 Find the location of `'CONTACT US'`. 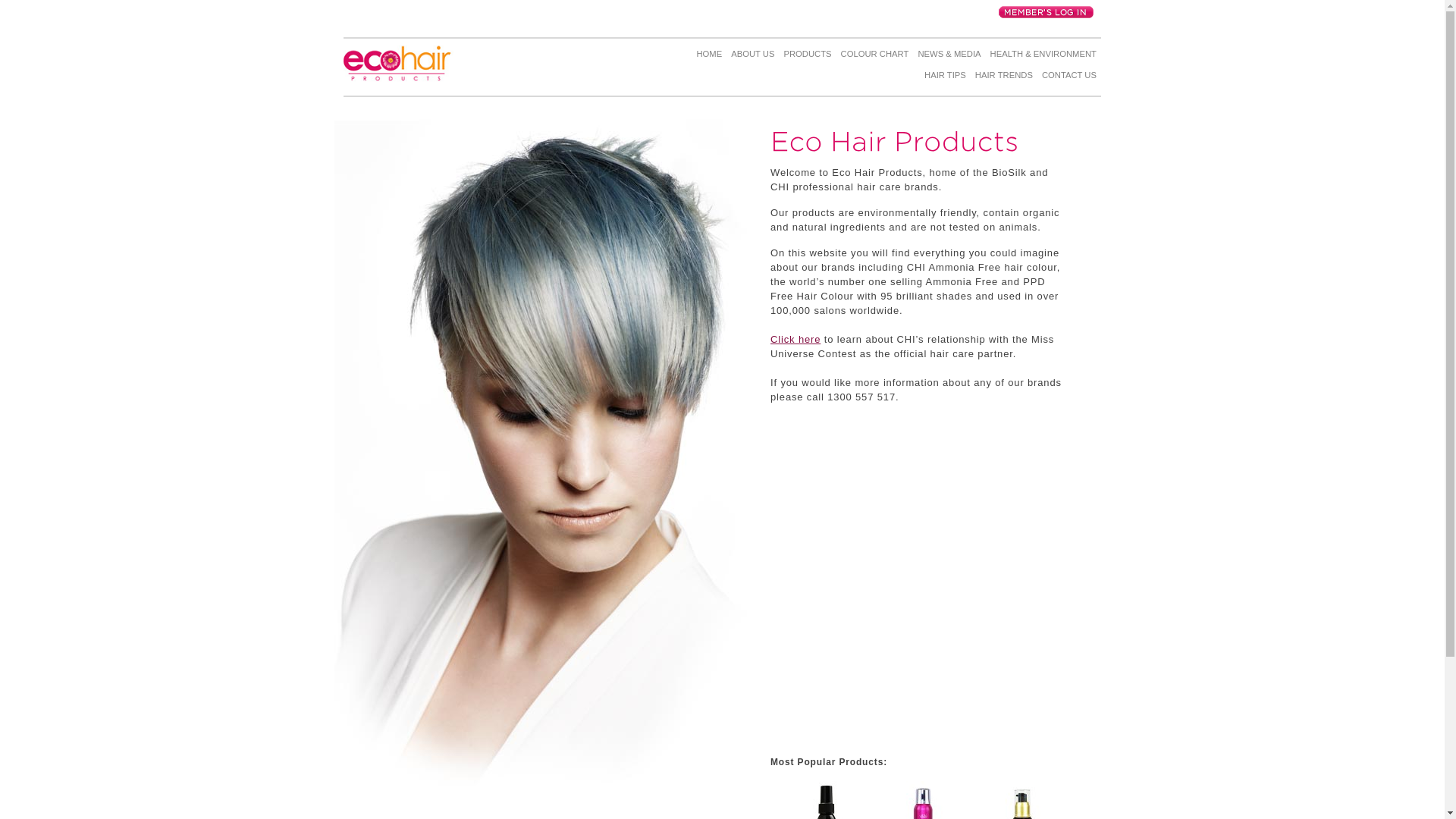

'CONTACT US' is located at coordinates (1068, 78).